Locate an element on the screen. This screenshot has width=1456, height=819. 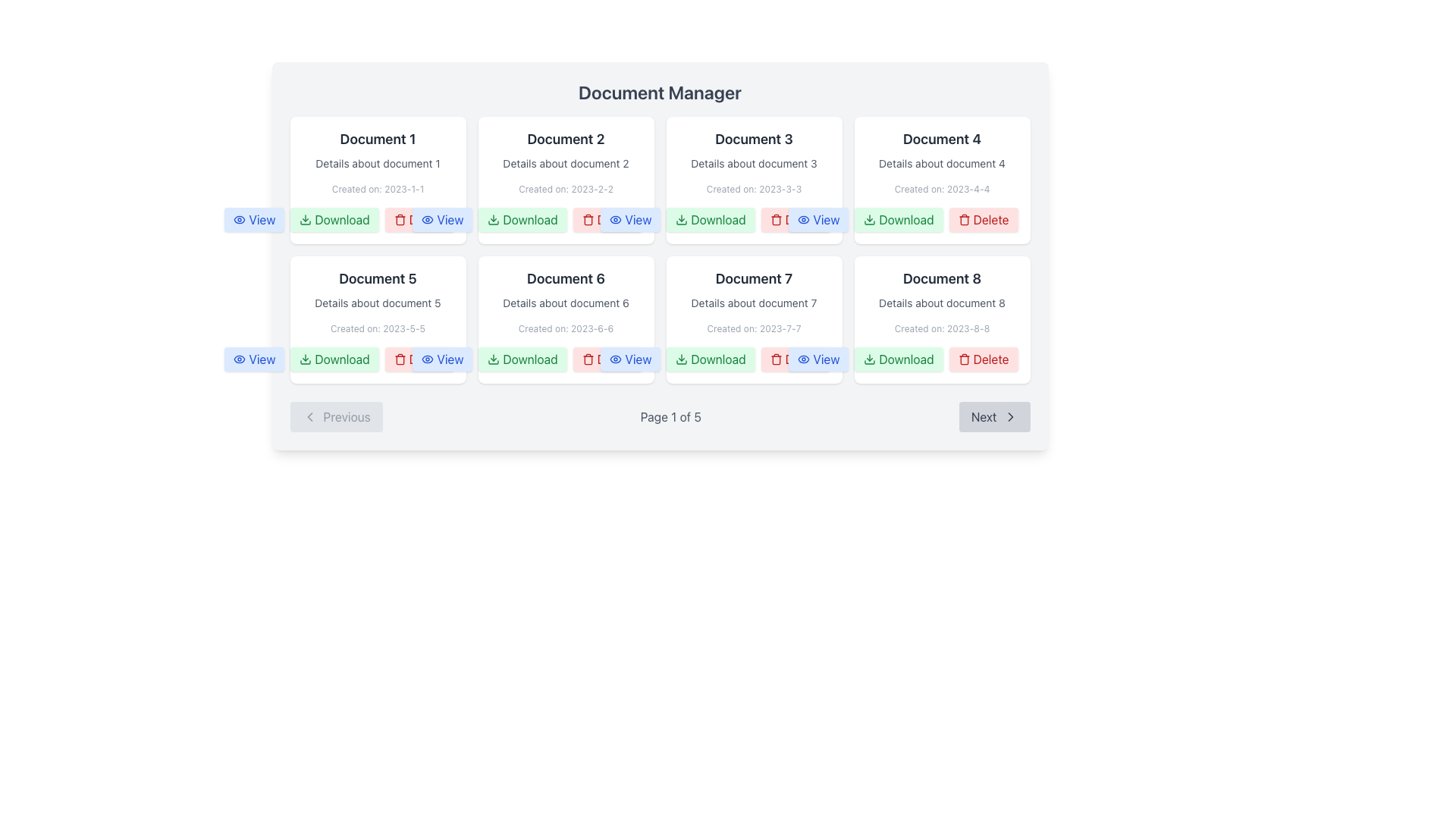
the static text label that reads 'Details about document 4.' located below the title 'Document 4' and above the creation date is located at coordinates (941, 164).